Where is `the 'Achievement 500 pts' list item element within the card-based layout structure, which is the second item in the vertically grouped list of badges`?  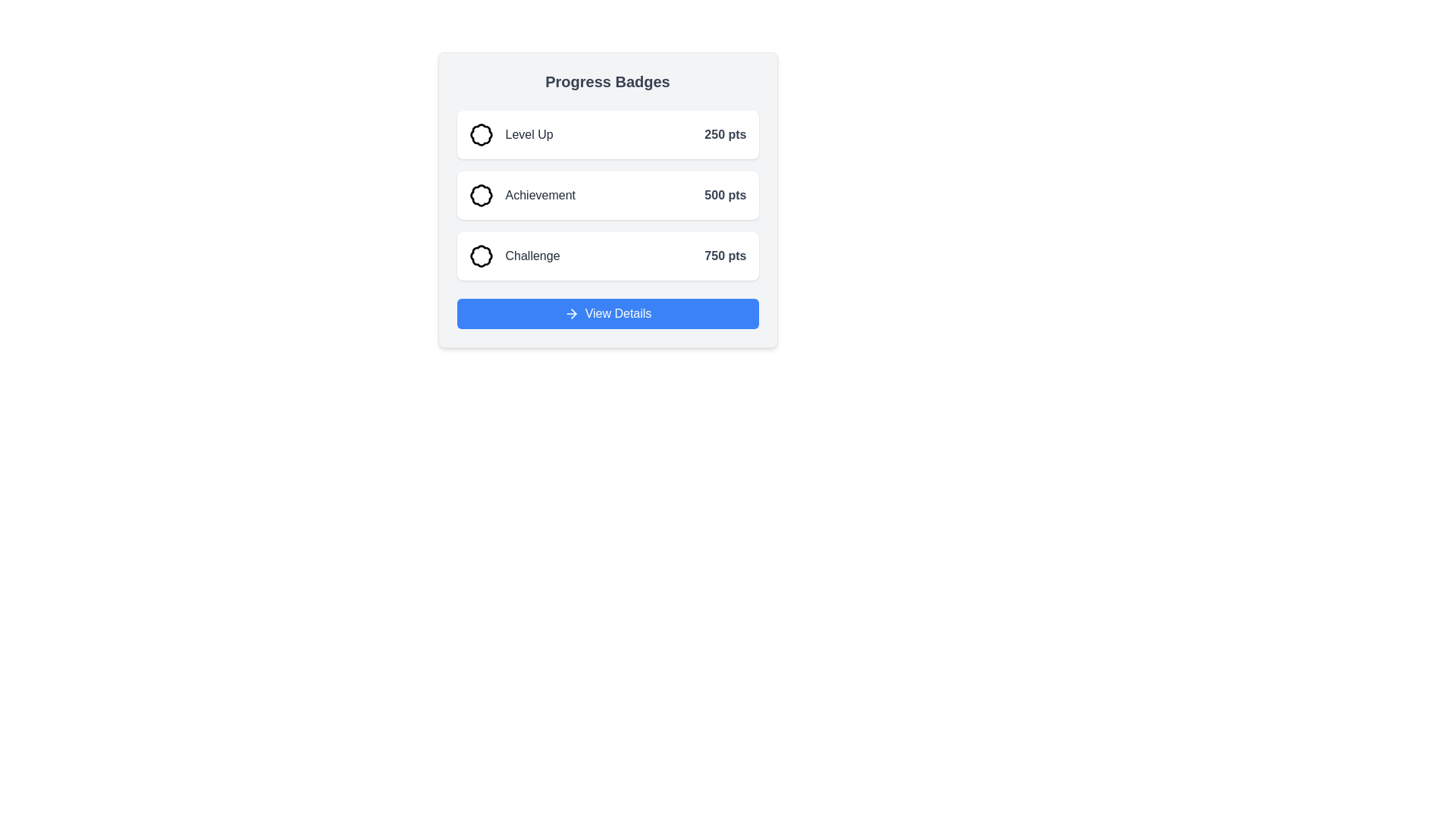 the 'Achievement 500 pts' list item element within the card-based layout structure, which is the second item in the vertically grouped list of badges is located at coordinates (607, 195).